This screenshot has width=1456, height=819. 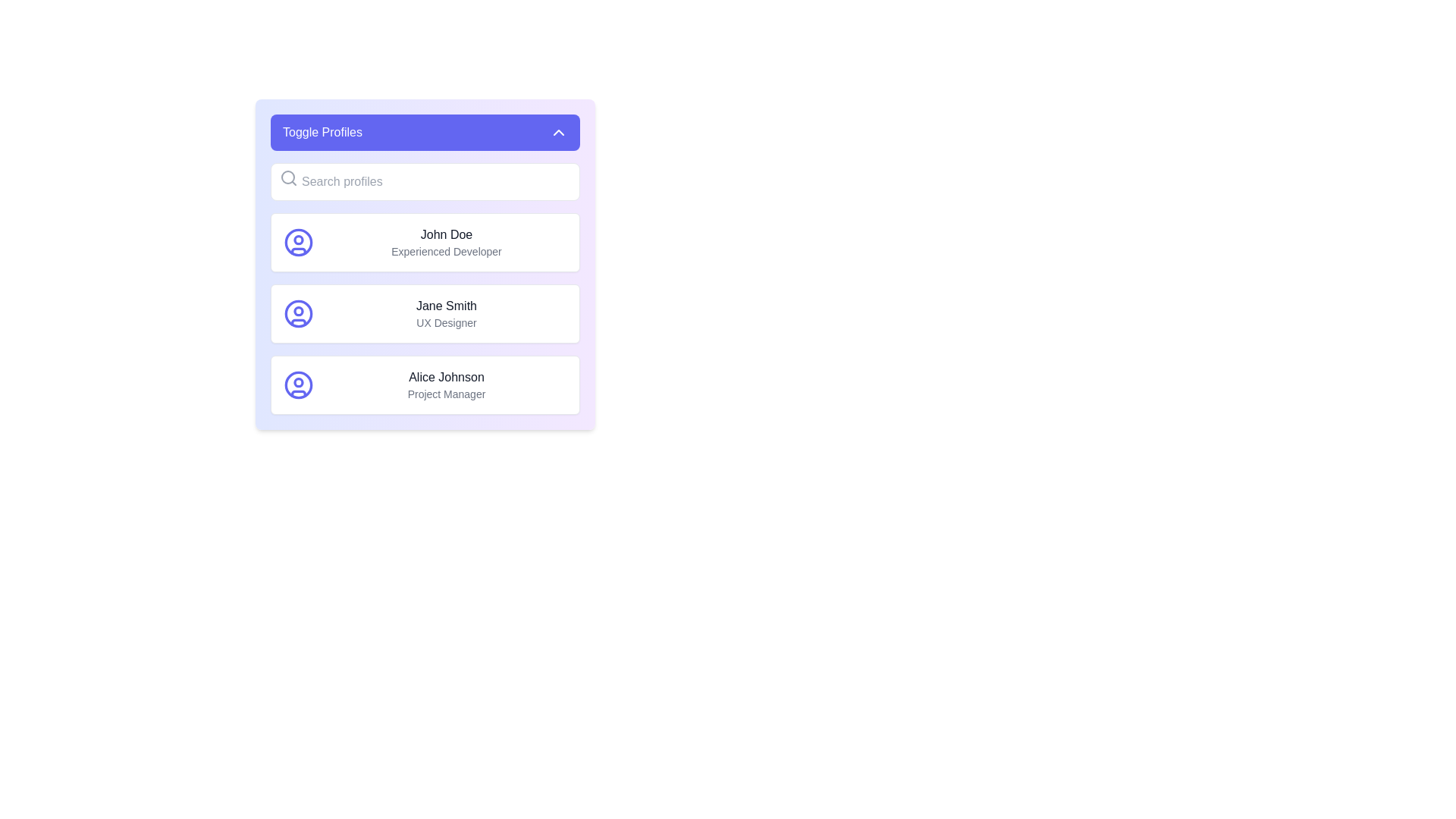 What do you see at coordinates (425, 312) in the screenshot?
I see `the Profile card for Jane Smith, which summarizes her role as a UX Designer and is the second card in a vertical list of three cards` at bounding box center [425, 312].